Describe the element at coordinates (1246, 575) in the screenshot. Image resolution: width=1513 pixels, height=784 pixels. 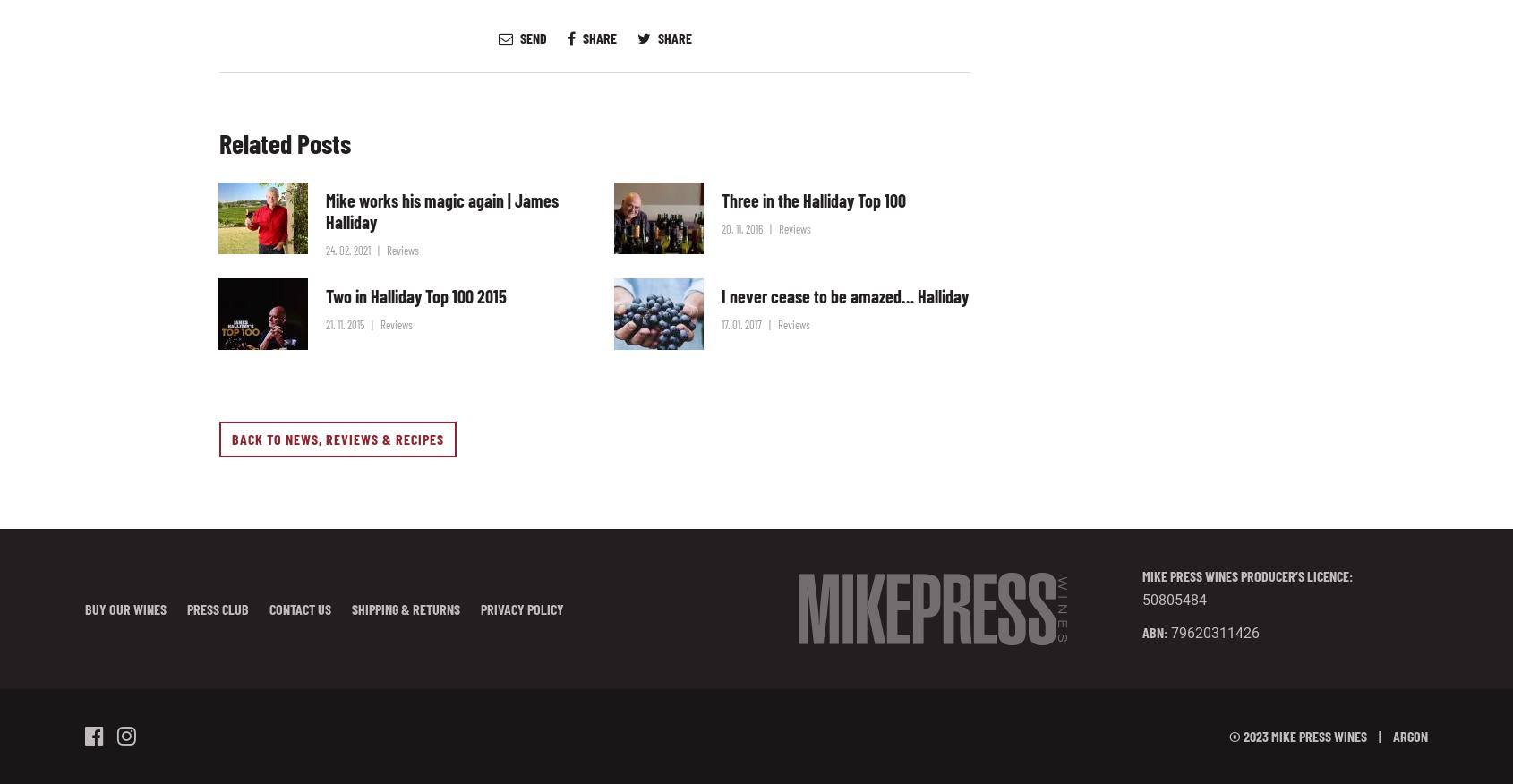
I see `'Mike Press Wines Producer’s Licence:'` at that location.